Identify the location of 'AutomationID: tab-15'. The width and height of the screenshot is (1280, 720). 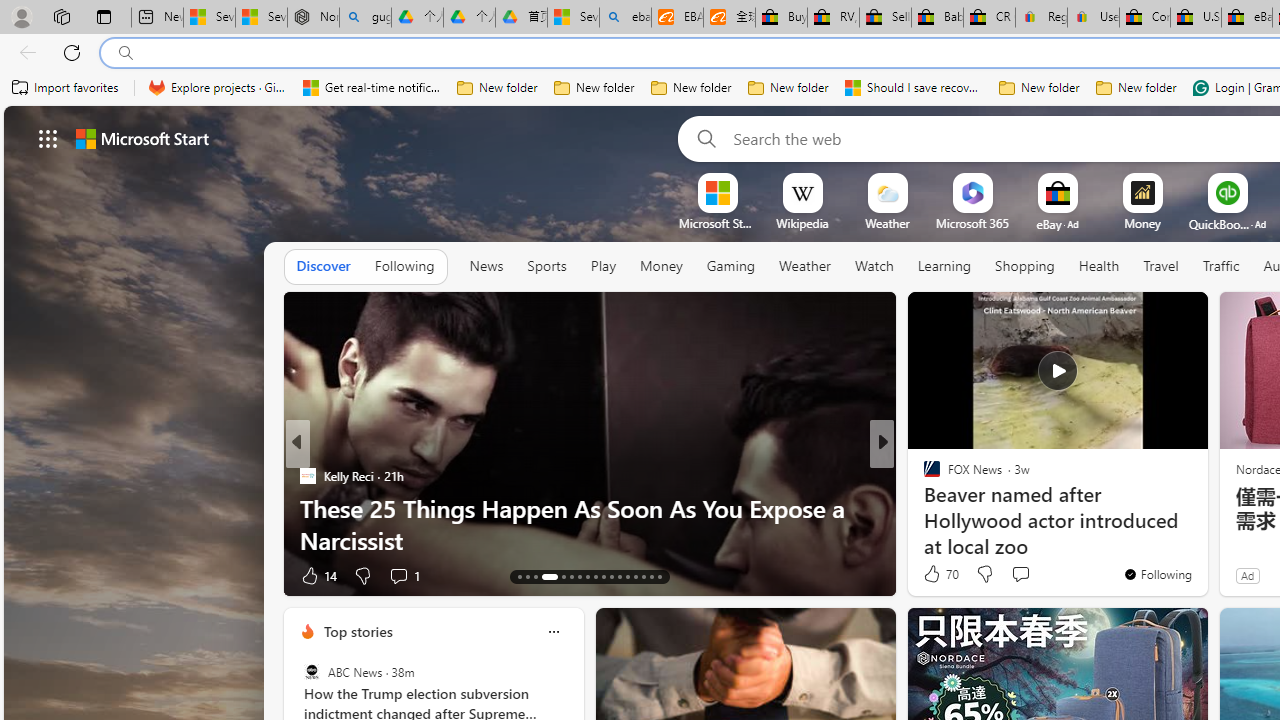
(535, 577).